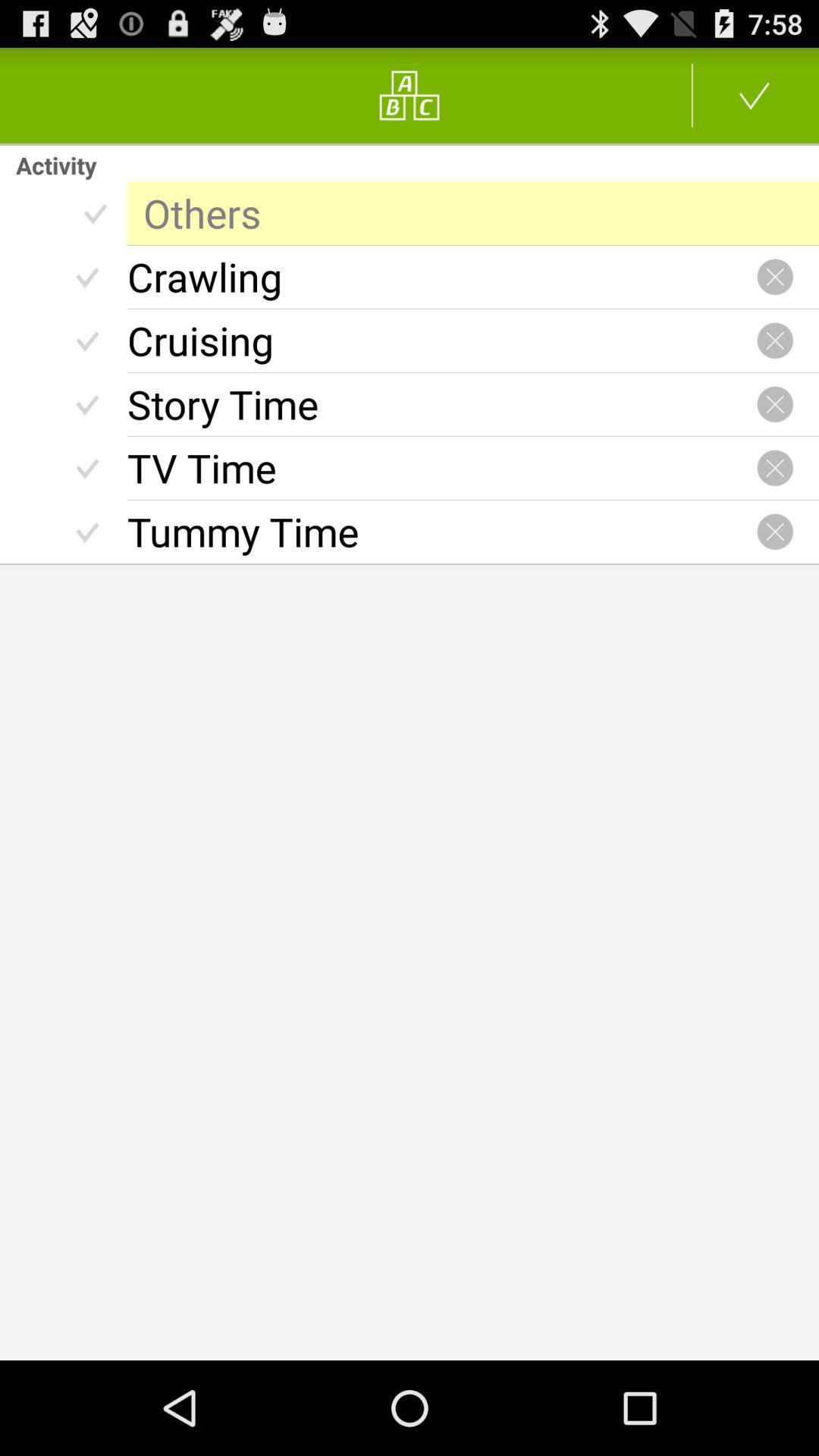 The height and width of the screenshot is (1456, 819). Describe the element at coordinates (441, 277) in the screenshot. I see `crawling item` at that location.